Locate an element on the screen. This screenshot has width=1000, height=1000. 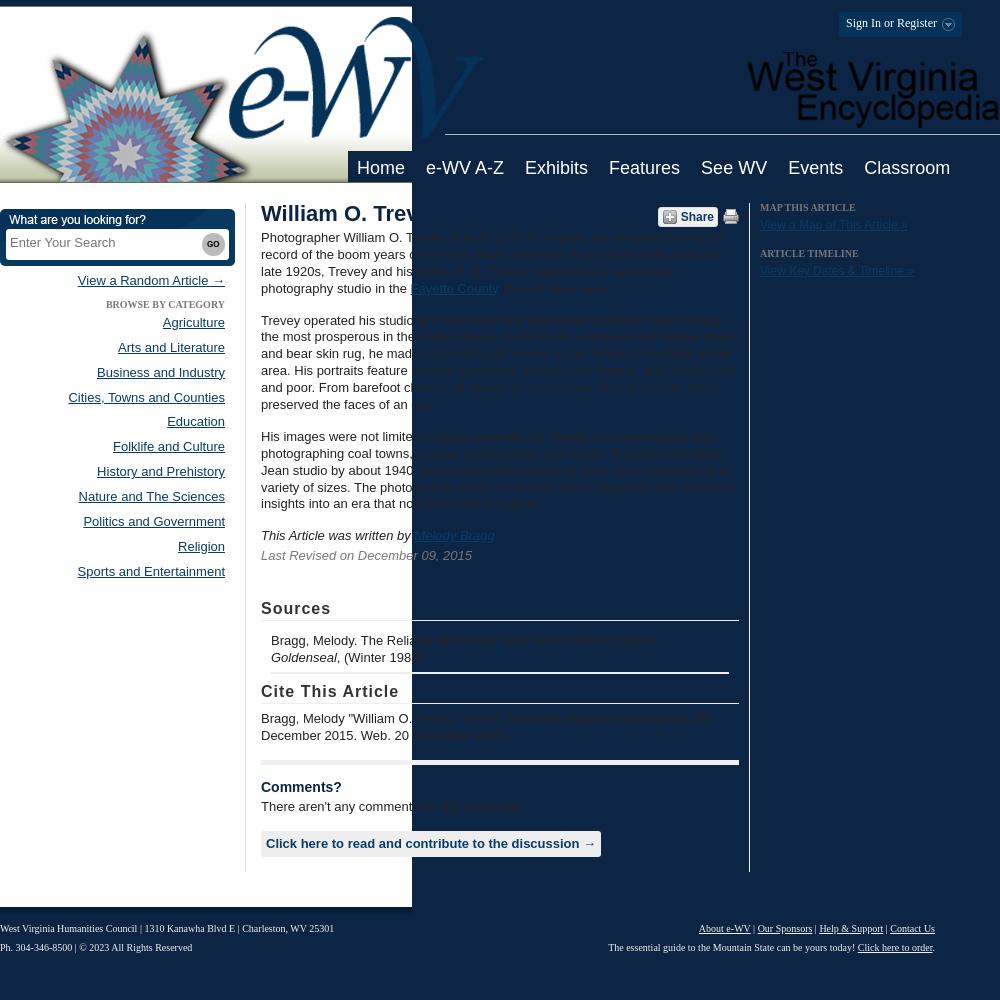
'Bragg, Melody
        "William O. Trevey." e-WV: The West Virginia Encyclopedia.
        
          09 December 2015.
        
        Web. 20 November 2023.' is located at coordinates (484, 725).